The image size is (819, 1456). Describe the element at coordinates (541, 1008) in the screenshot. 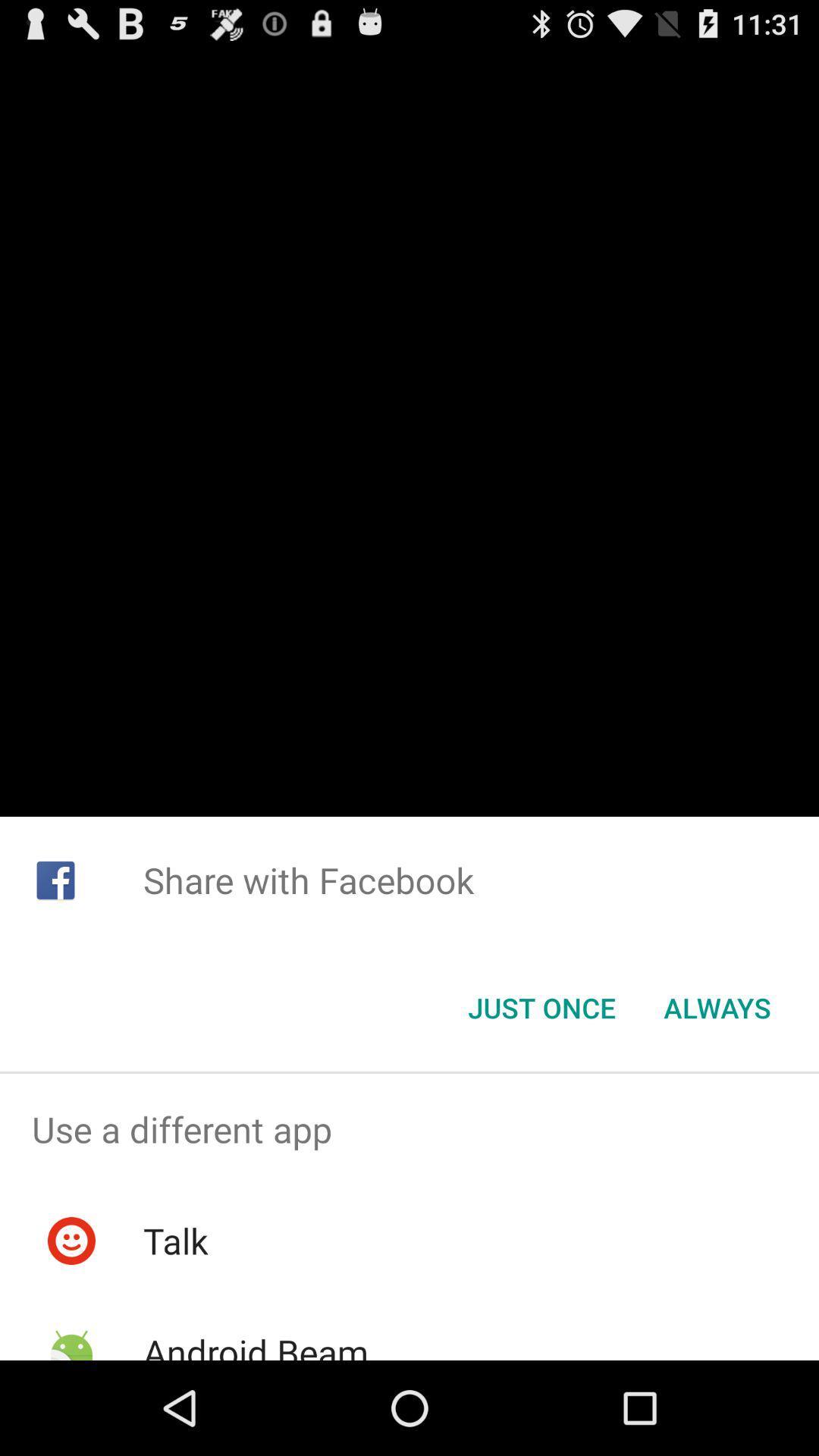

I see `just once icon` at that location.